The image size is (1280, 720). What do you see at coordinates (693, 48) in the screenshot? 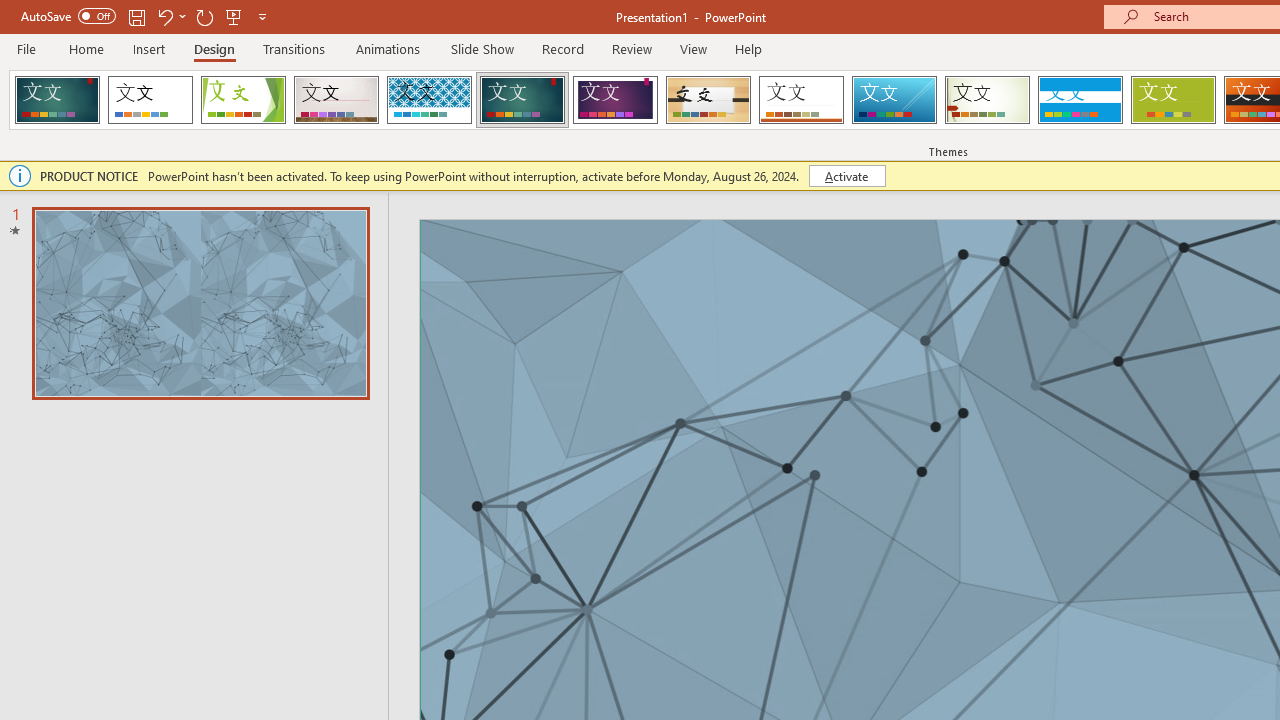
I see `'View'` at bounding box center [693, 48].